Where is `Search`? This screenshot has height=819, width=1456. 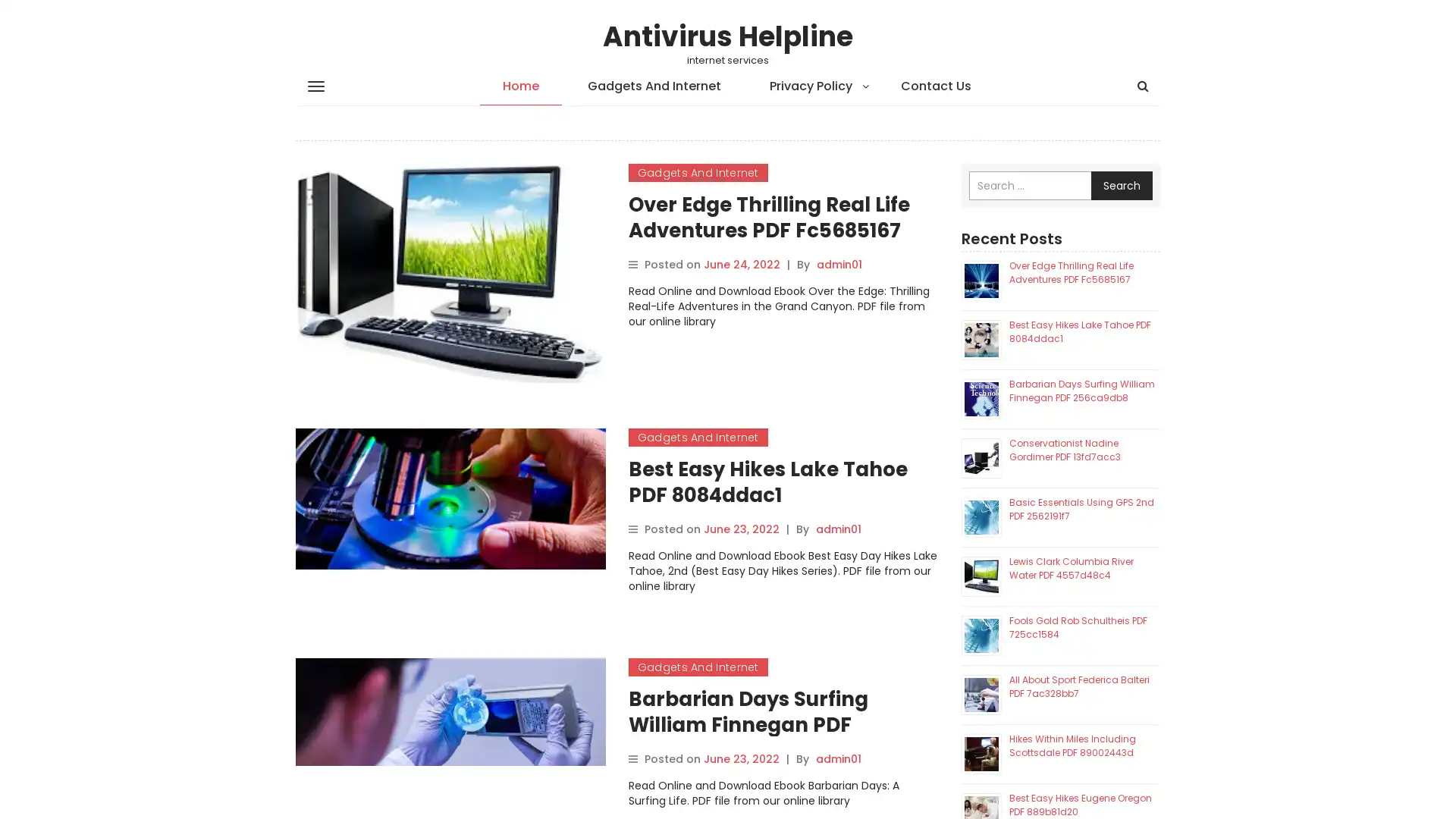
Search is located at coordinates (1122, 185).